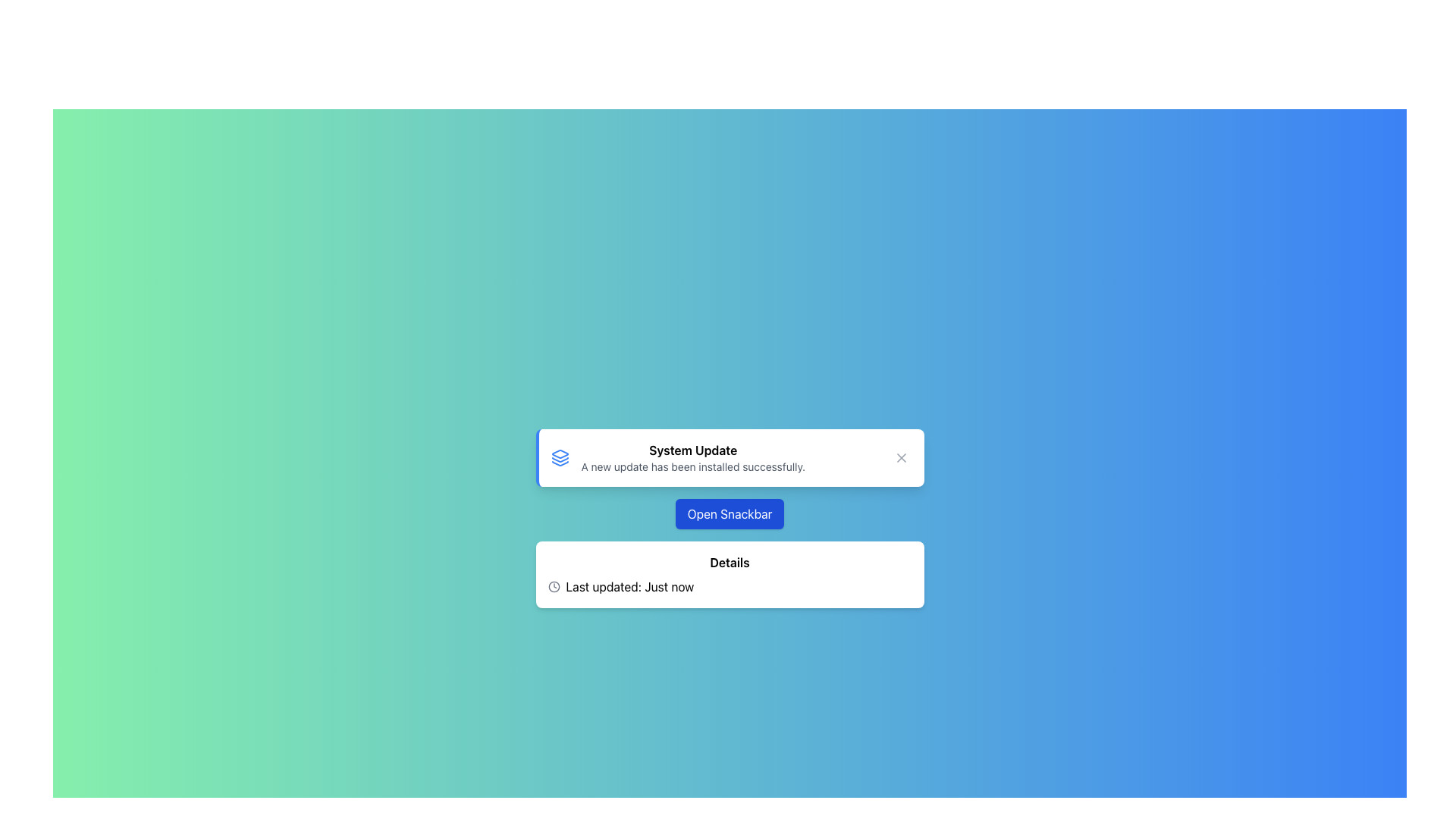  I want to click on the clock icon located to the left of the 'Last updated: Just now' text label, so click(553, 586).